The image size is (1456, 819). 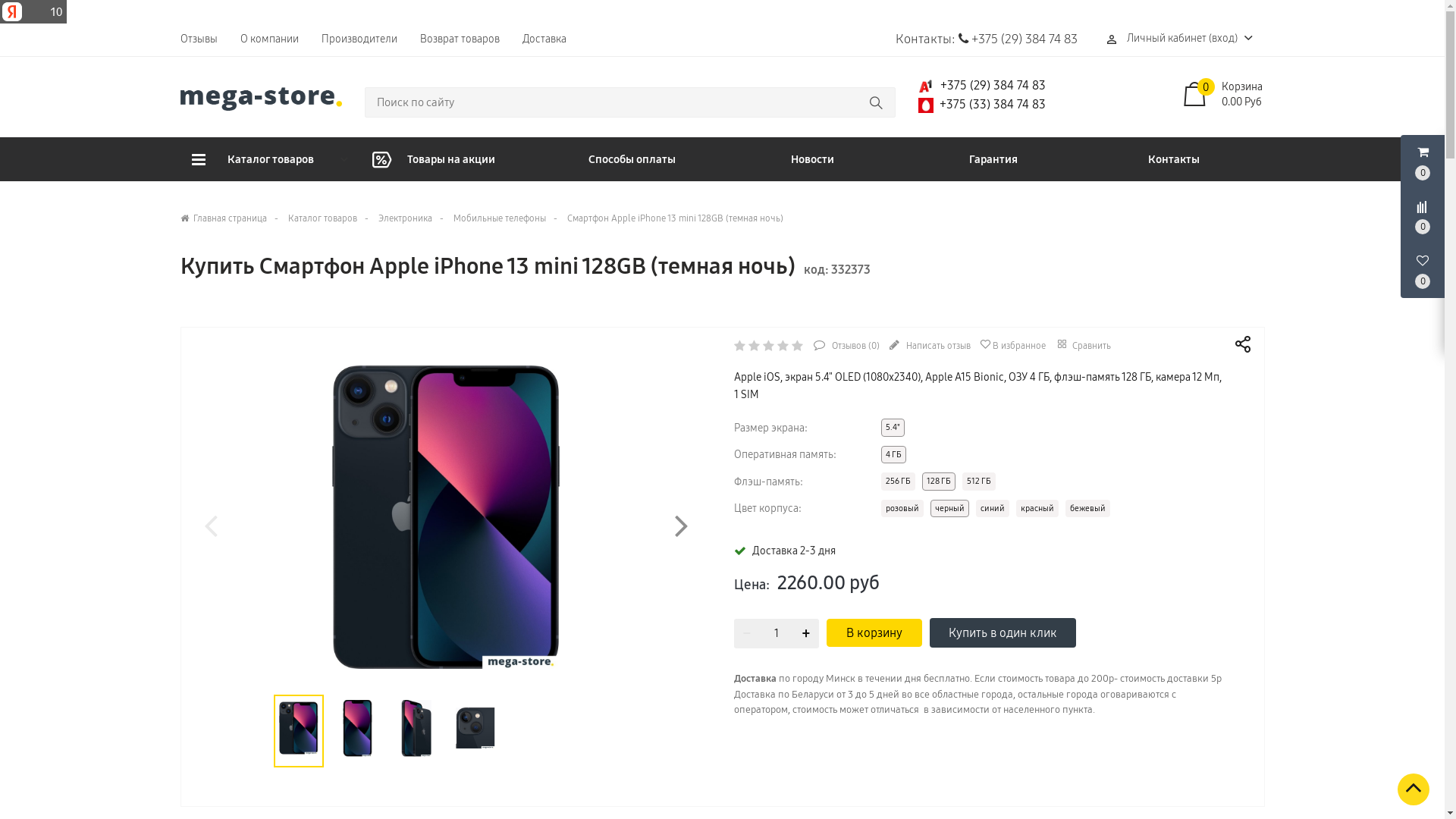 I want to click on '5.4"', so click(x=880, y=427).